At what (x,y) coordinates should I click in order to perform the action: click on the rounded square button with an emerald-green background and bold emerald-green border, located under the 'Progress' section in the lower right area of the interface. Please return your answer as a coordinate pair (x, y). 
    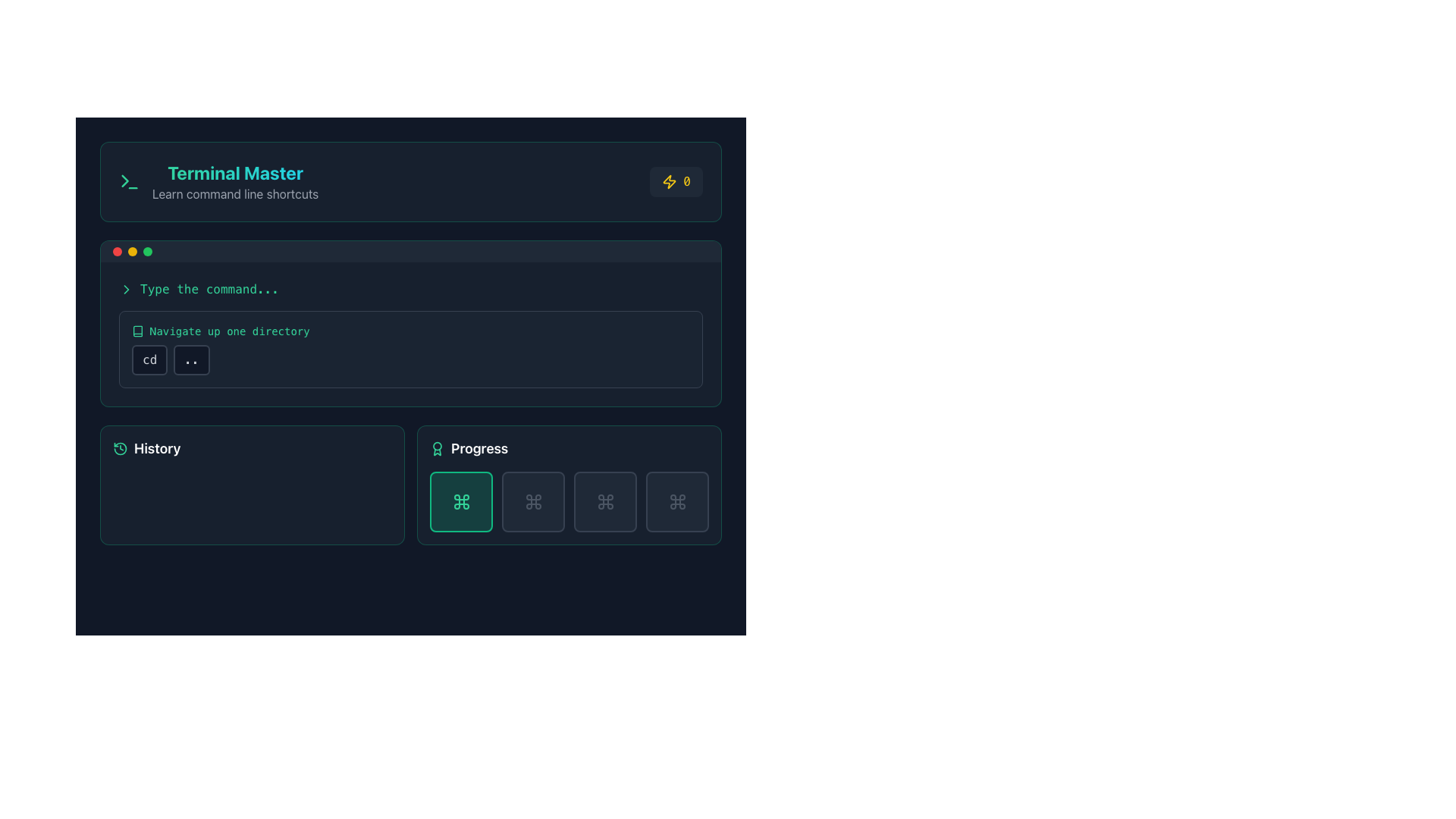
    Looking at the image, I should click on (460, 502).